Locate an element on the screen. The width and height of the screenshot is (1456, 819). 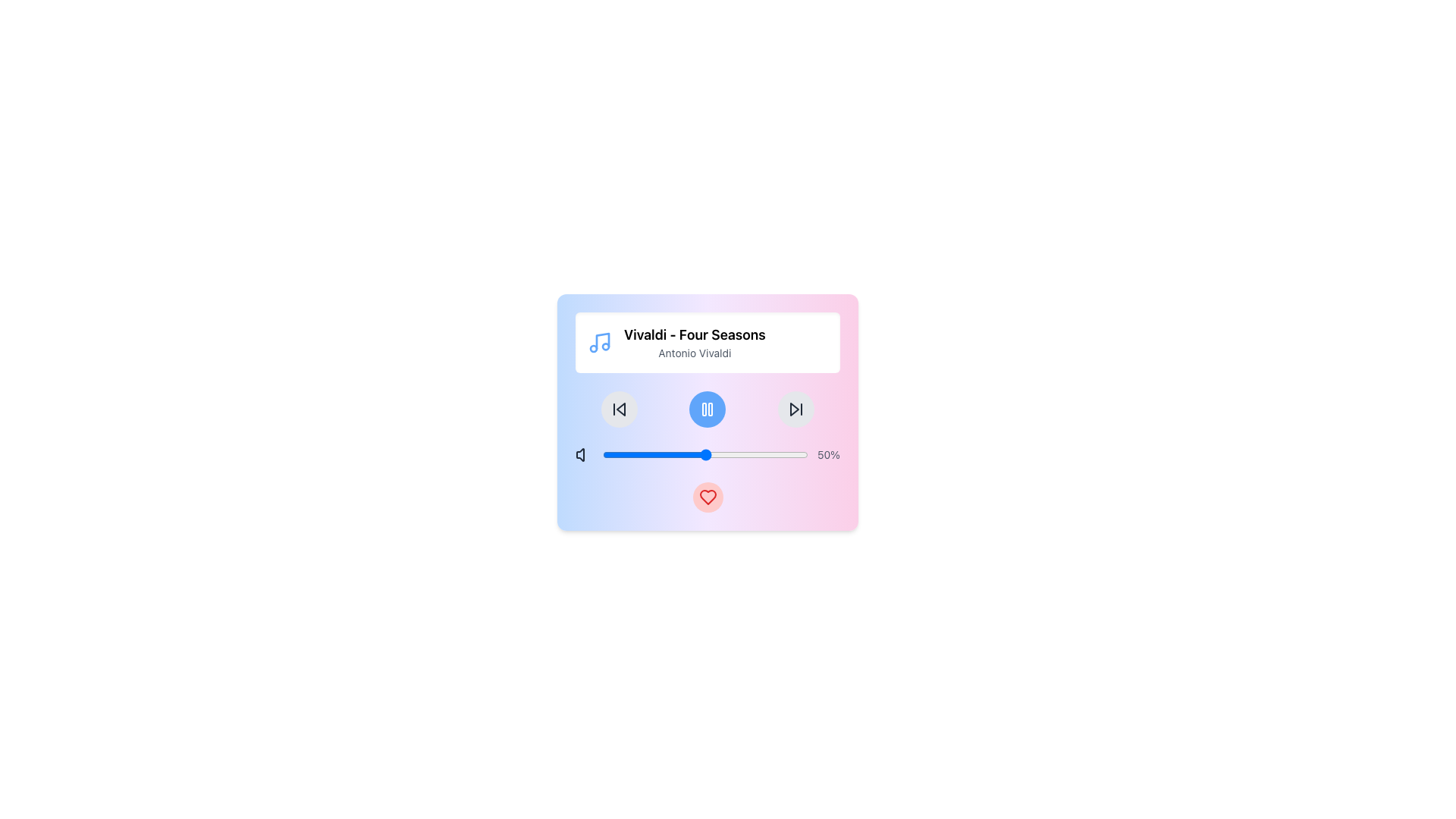
the middle Pause Button with a blue circular background and a 'pause' icon made of two vertical bars is located at coordinates (707, 409).